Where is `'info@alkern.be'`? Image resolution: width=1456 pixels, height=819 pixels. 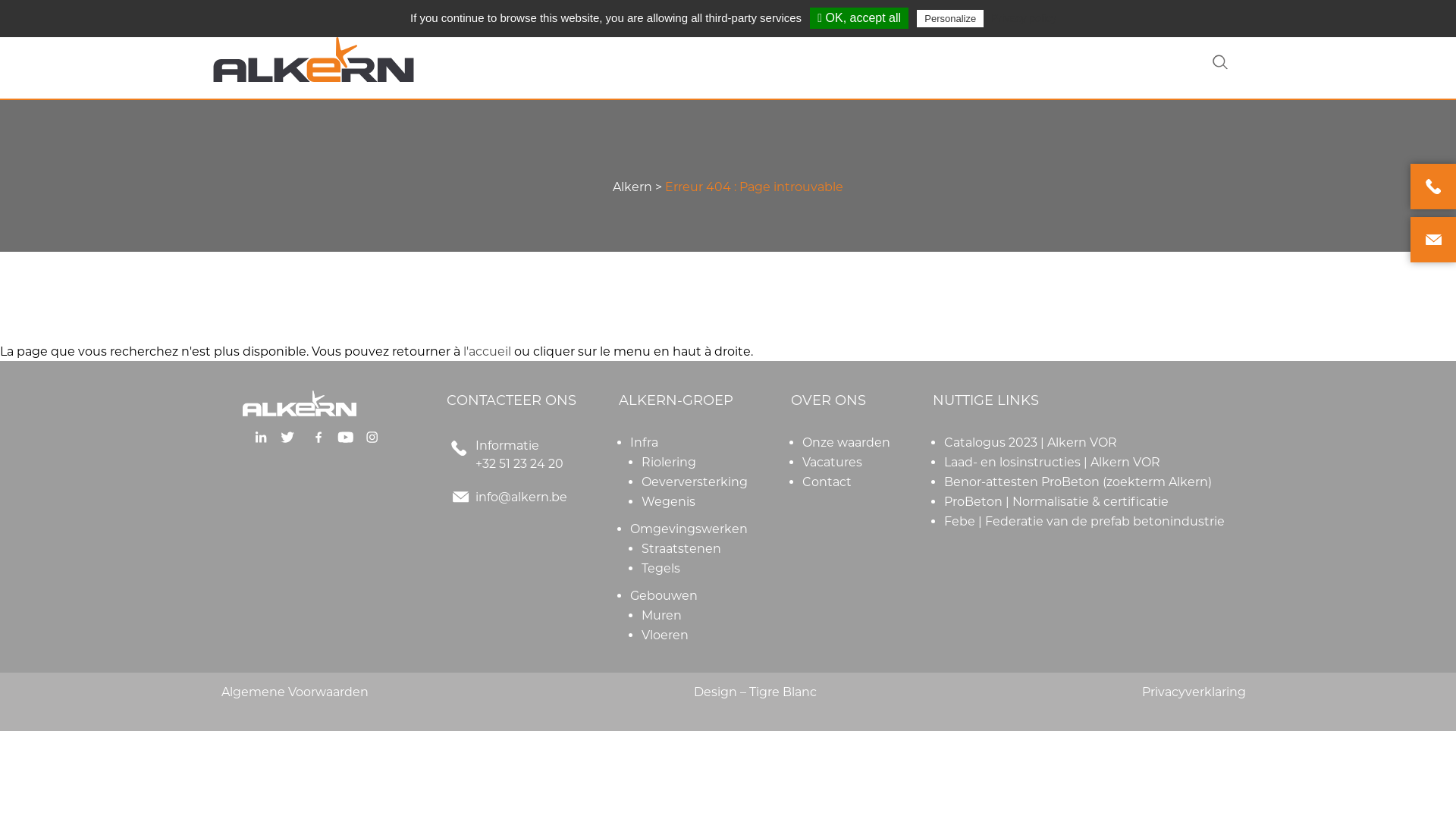
'info@alkern.be' is located at coordinates (521, 497).